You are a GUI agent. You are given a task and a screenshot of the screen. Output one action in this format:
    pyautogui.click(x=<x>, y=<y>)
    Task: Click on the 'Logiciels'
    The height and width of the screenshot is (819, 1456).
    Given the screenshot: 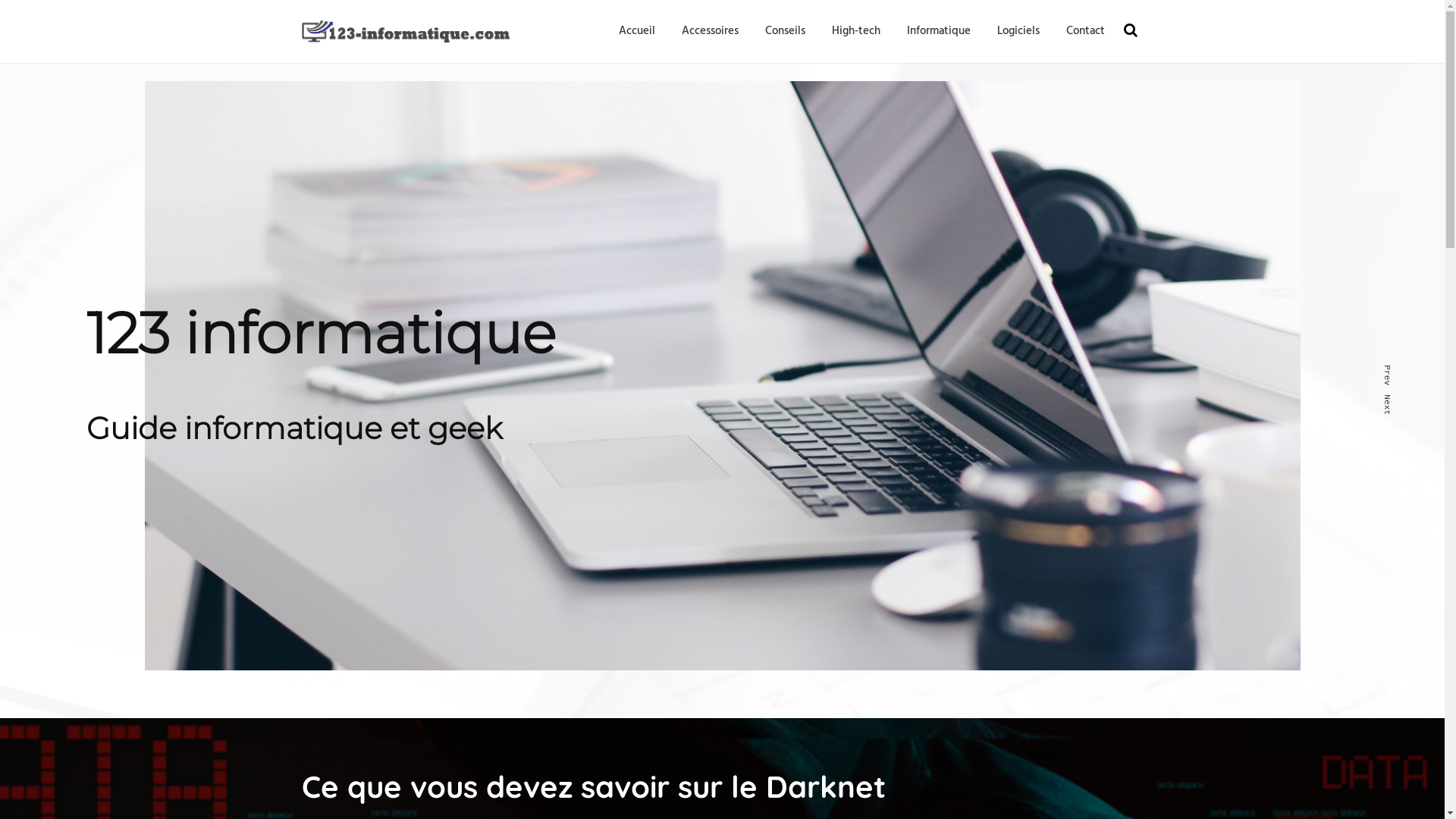 What is the action you would take?
    pyautogui.click(x=1018, y=31)
    